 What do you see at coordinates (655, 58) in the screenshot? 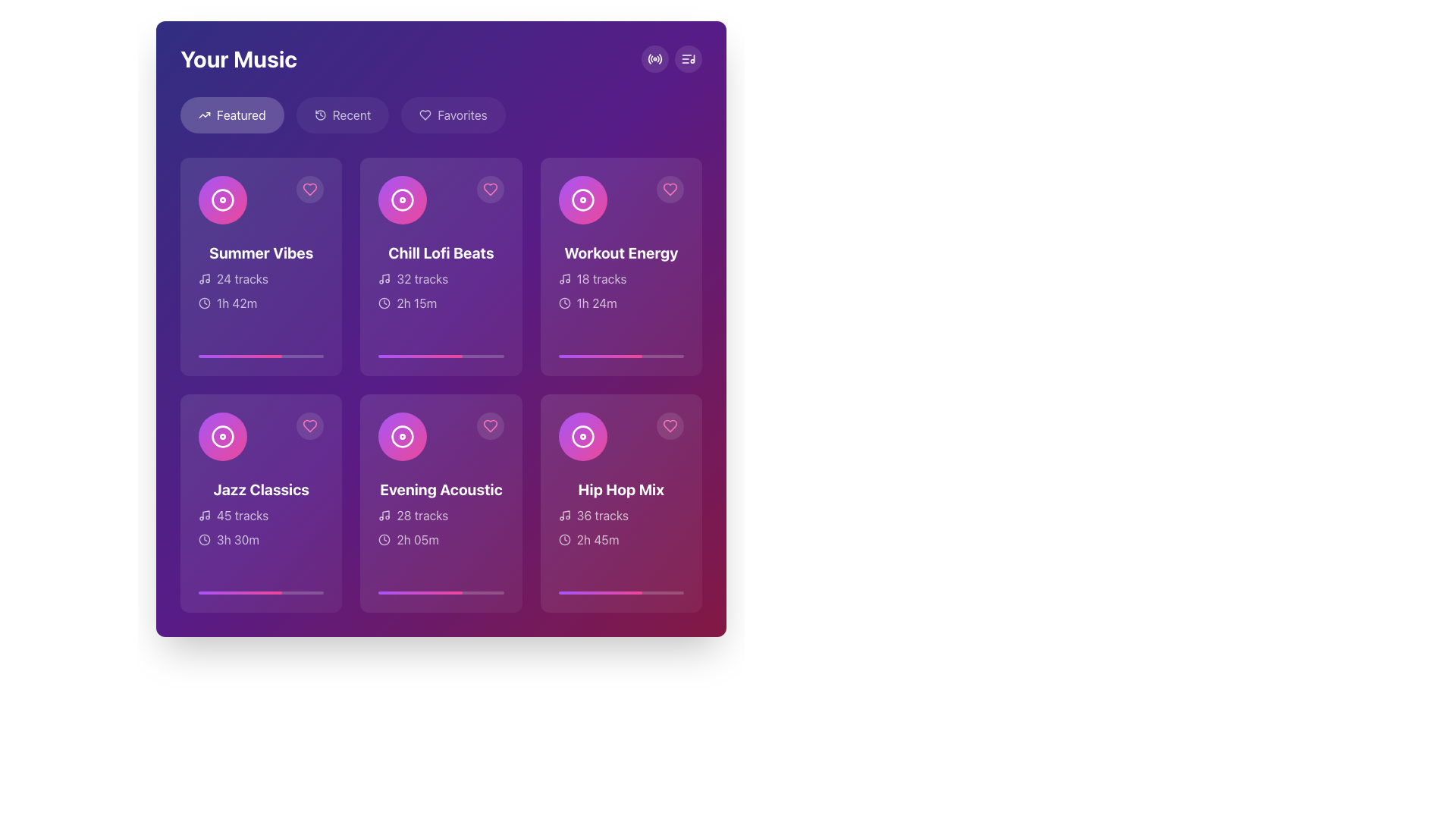
I see `the circular button with a radio-like signal icon located in the top-right corner of the interface` at bounding box center [655, 58].